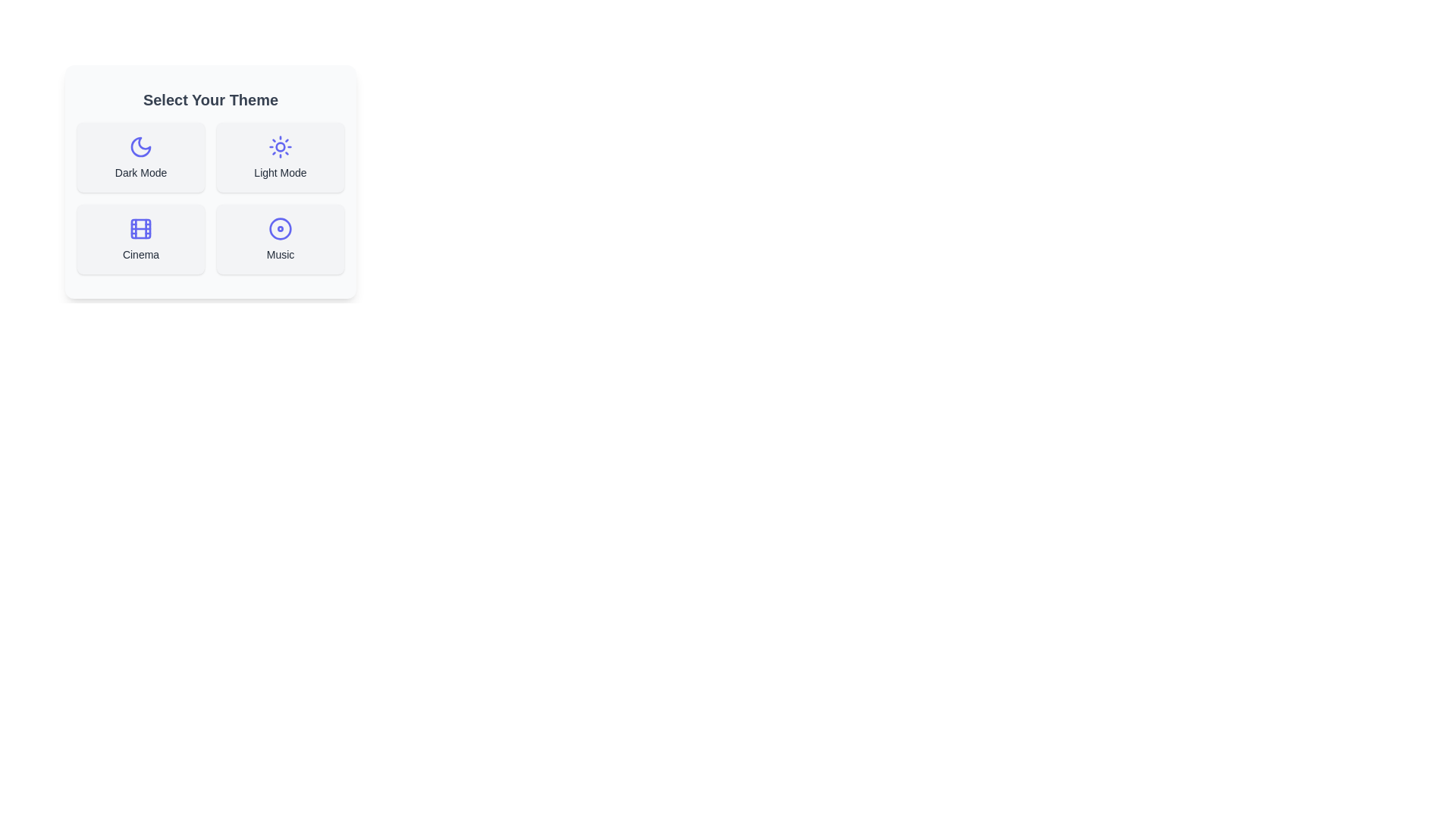 Image resolution: width=1456 pixels, height=819 pixels. What do you see at coordinates (141, 158) in the screenshot?
I see `the toggle button for dark mode located in the top-left corner of the 'Select Your Theme' section to change its appearance` at bounding box center [141, 158].